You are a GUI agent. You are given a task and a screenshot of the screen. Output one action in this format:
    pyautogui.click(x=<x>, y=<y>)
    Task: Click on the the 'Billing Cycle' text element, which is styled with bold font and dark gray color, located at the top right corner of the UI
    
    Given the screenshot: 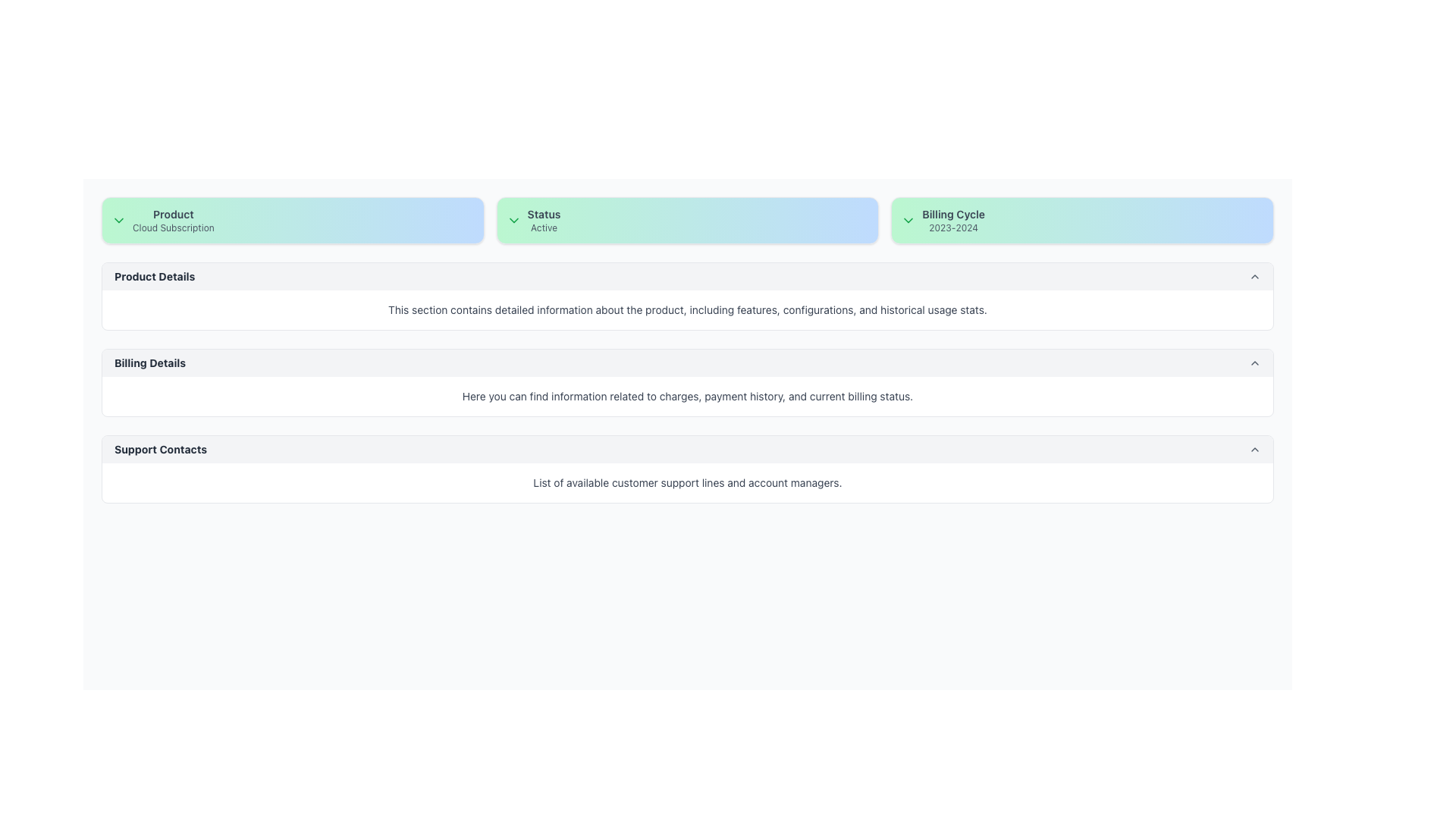 What is the action you would take?
    pyautogui.click(x=952, y=214)
    